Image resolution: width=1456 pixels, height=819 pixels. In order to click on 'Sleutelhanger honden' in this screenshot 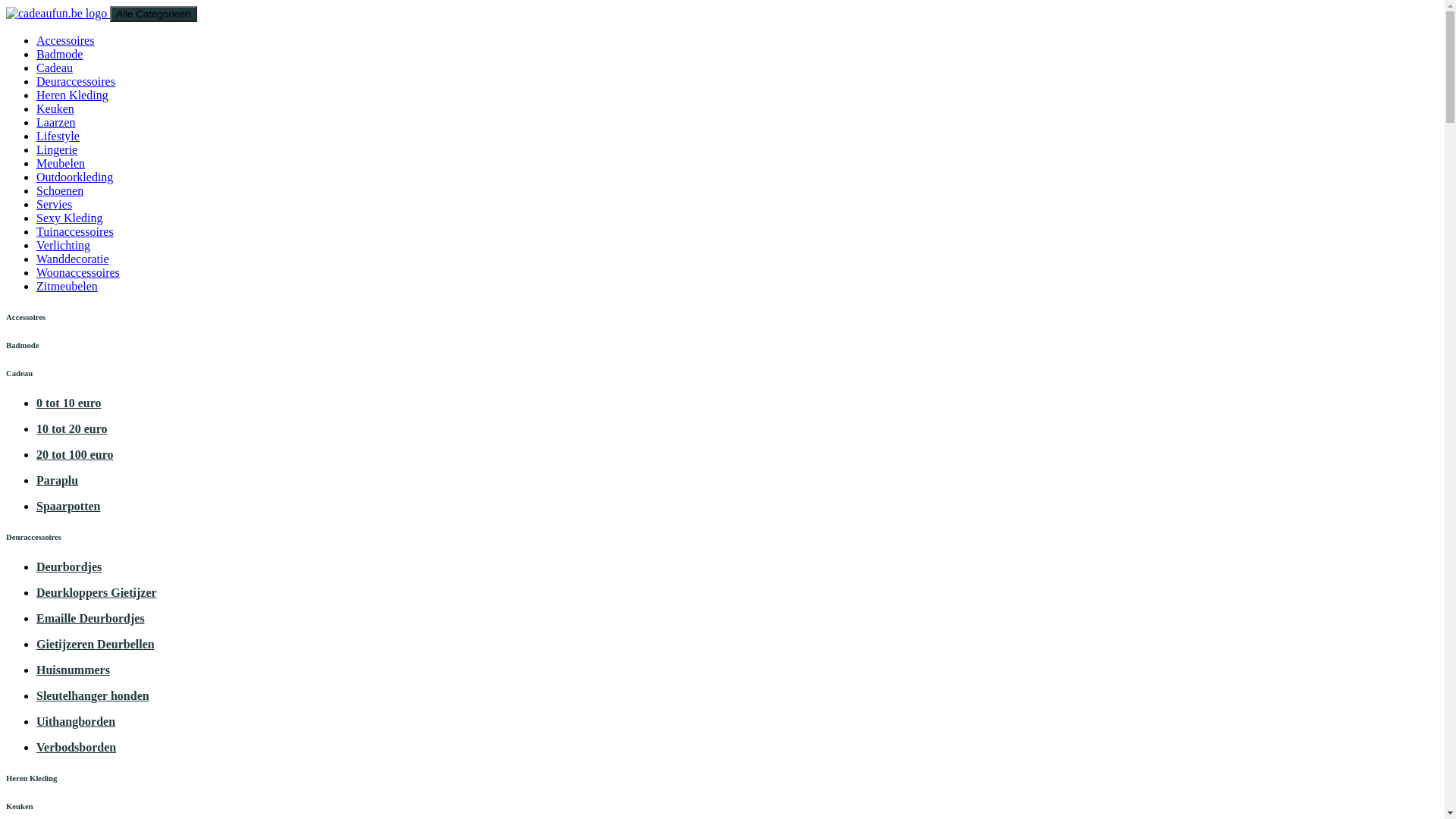, I will do `click(92, 695)`.